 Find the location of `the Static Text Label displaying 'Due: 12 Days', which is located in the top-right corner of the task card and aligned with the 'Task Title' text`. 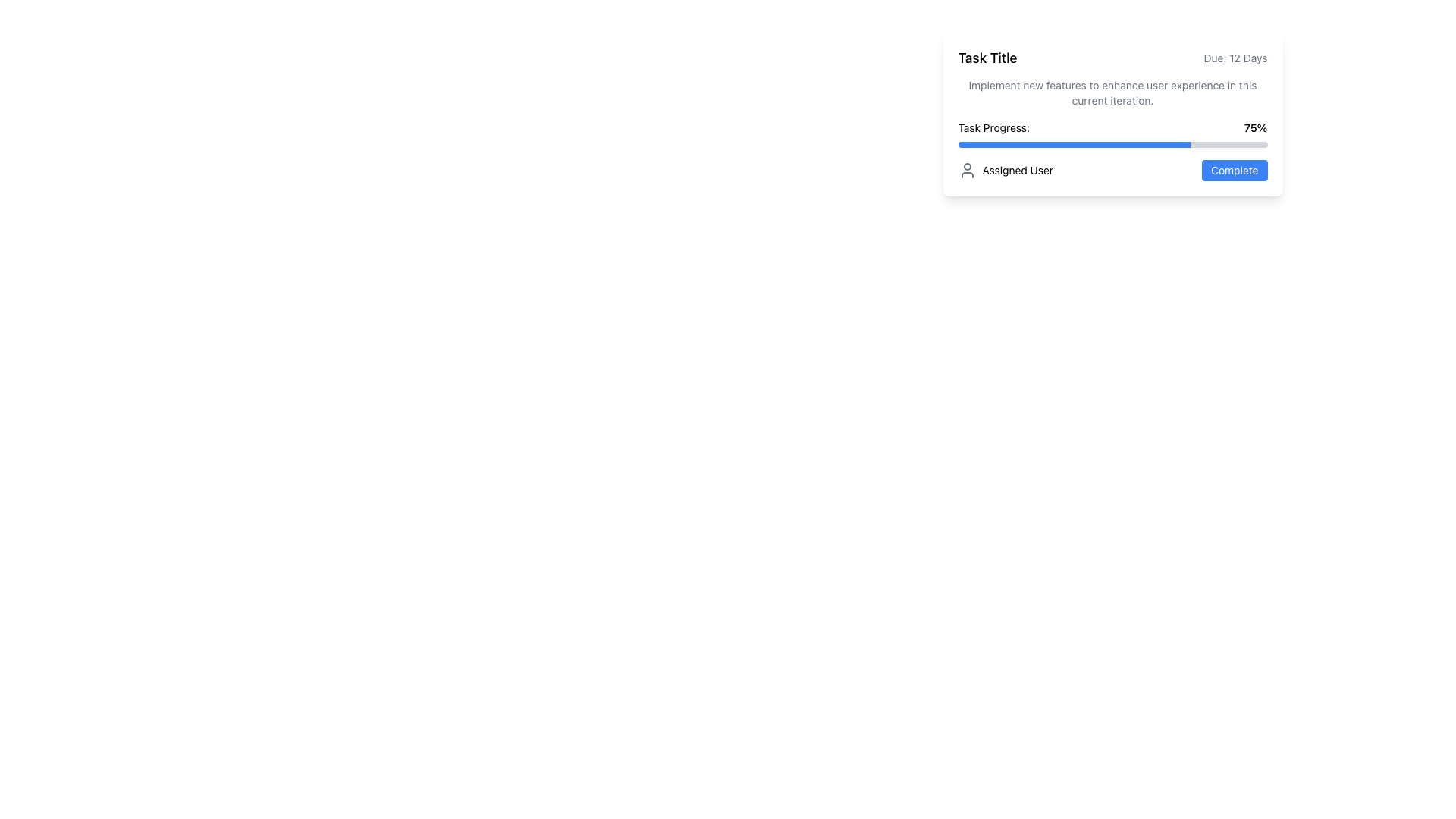

the Static Text Label displaying 'Due: 12 Days', which is located in the top-right corner of the task card and aligned with the 'Task Title' text is located at coordinates (1235, 58).